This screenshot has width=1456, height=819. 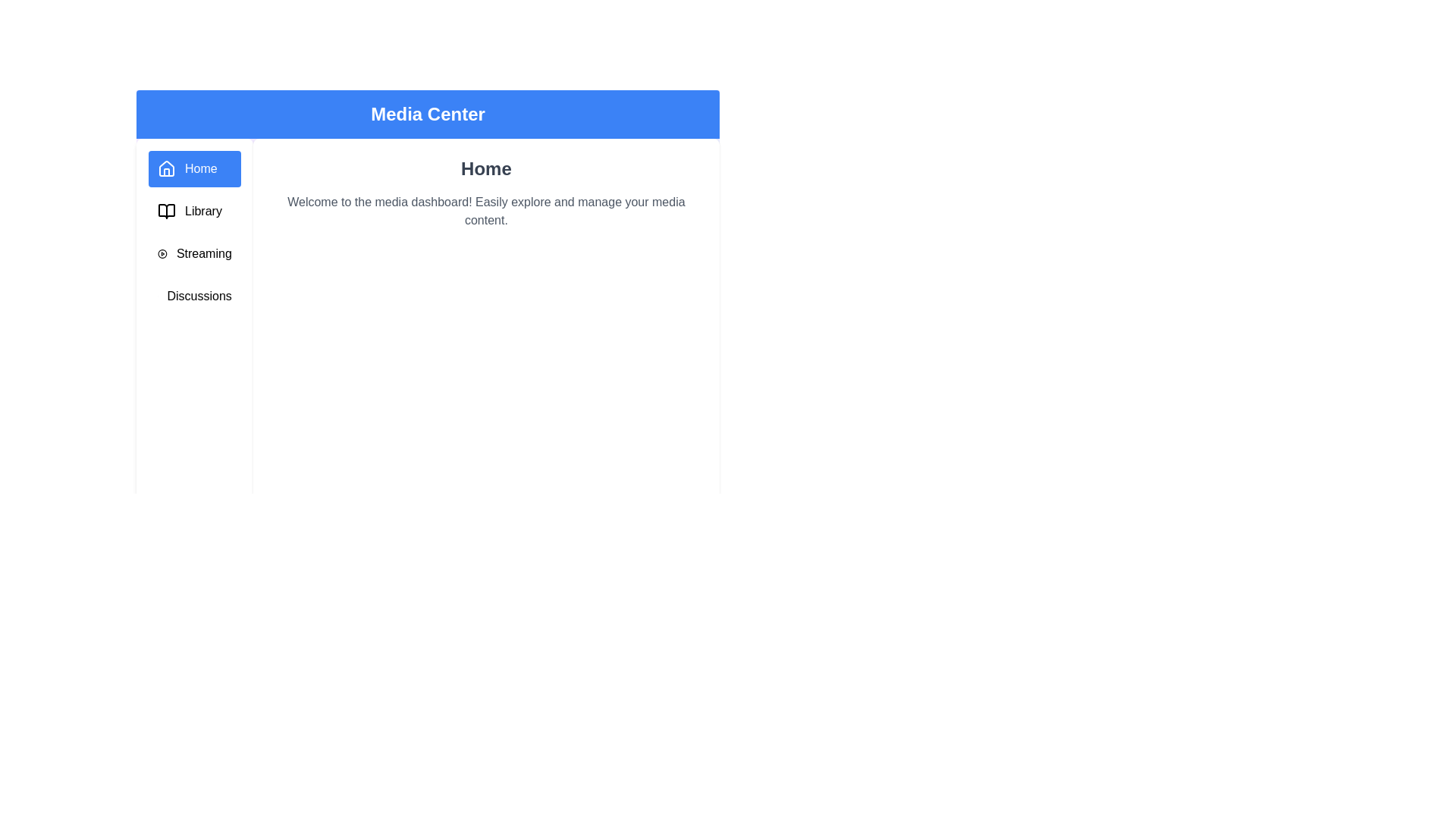 What do you see at coordinates (193, 253) in the screenshot?
I see `the Streaming tab by clicking on its corresponding sidebar entry` at bounding box center [193, 253].